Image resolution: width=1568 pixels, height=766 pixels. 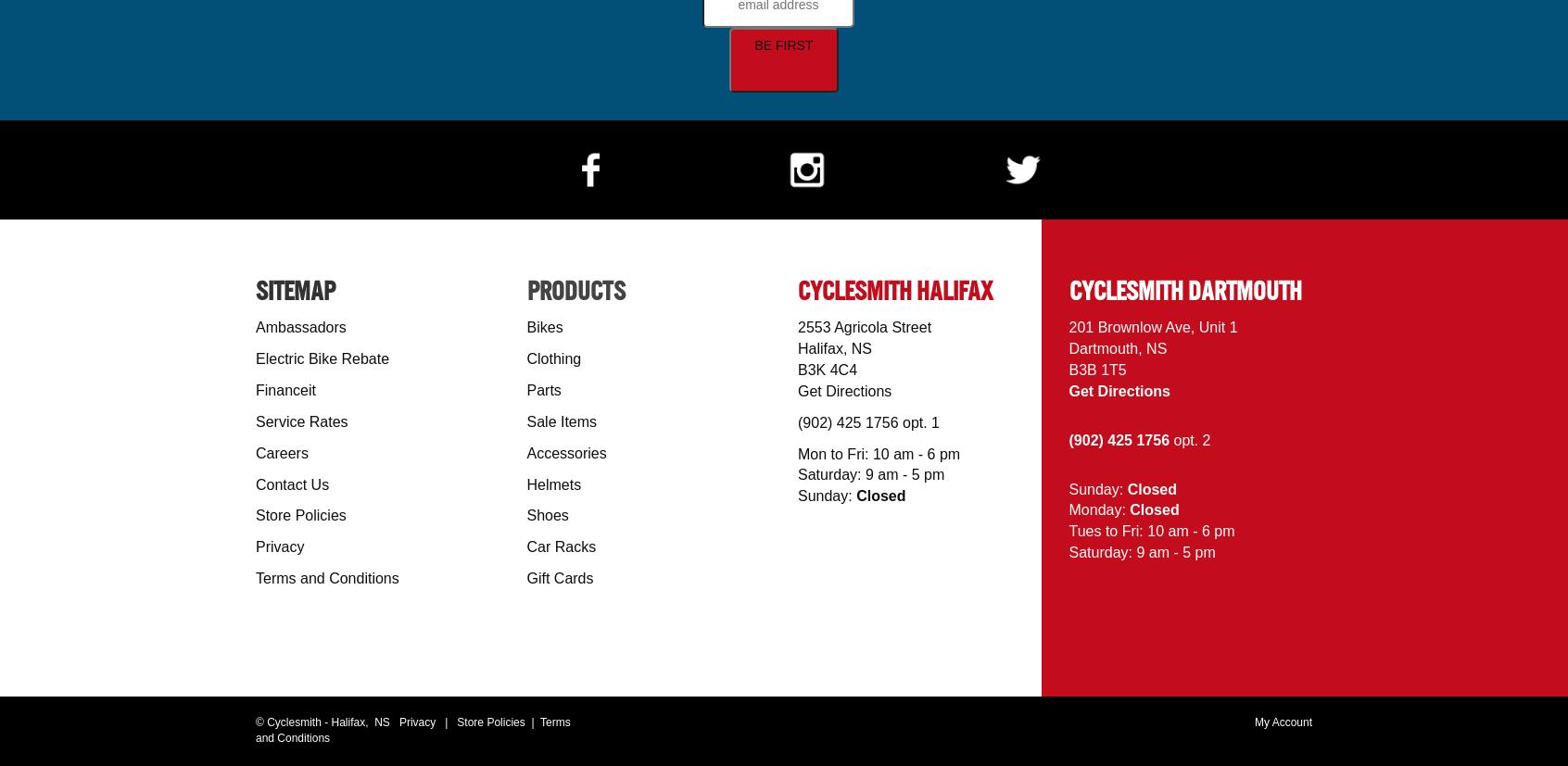 What do you see at coordinates (1067, 369) in the screenshot?
I see `'B3B 1T5'` at bounding box center [1067, 369].